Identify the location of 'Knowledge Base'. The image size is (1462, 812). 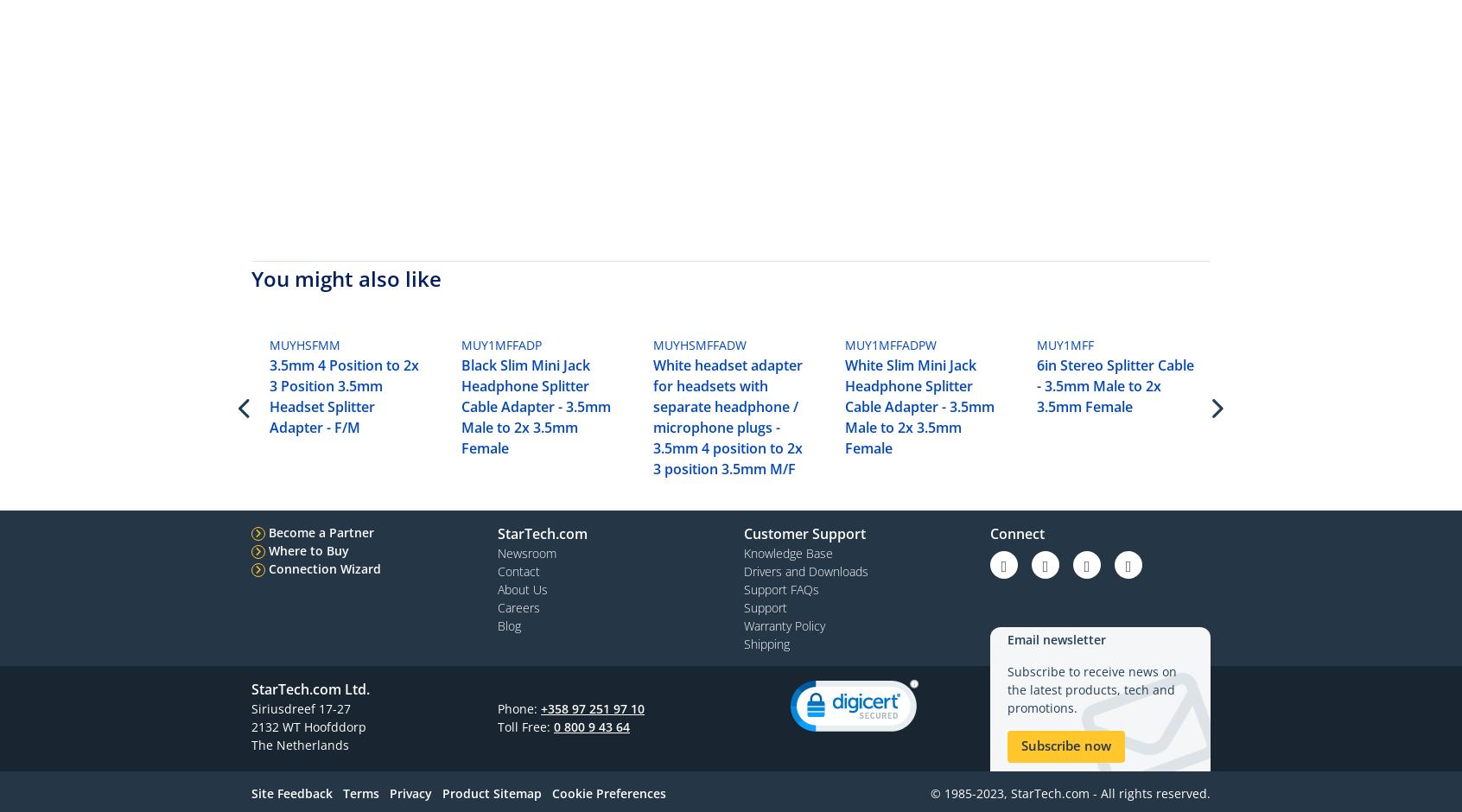
(787, 552).